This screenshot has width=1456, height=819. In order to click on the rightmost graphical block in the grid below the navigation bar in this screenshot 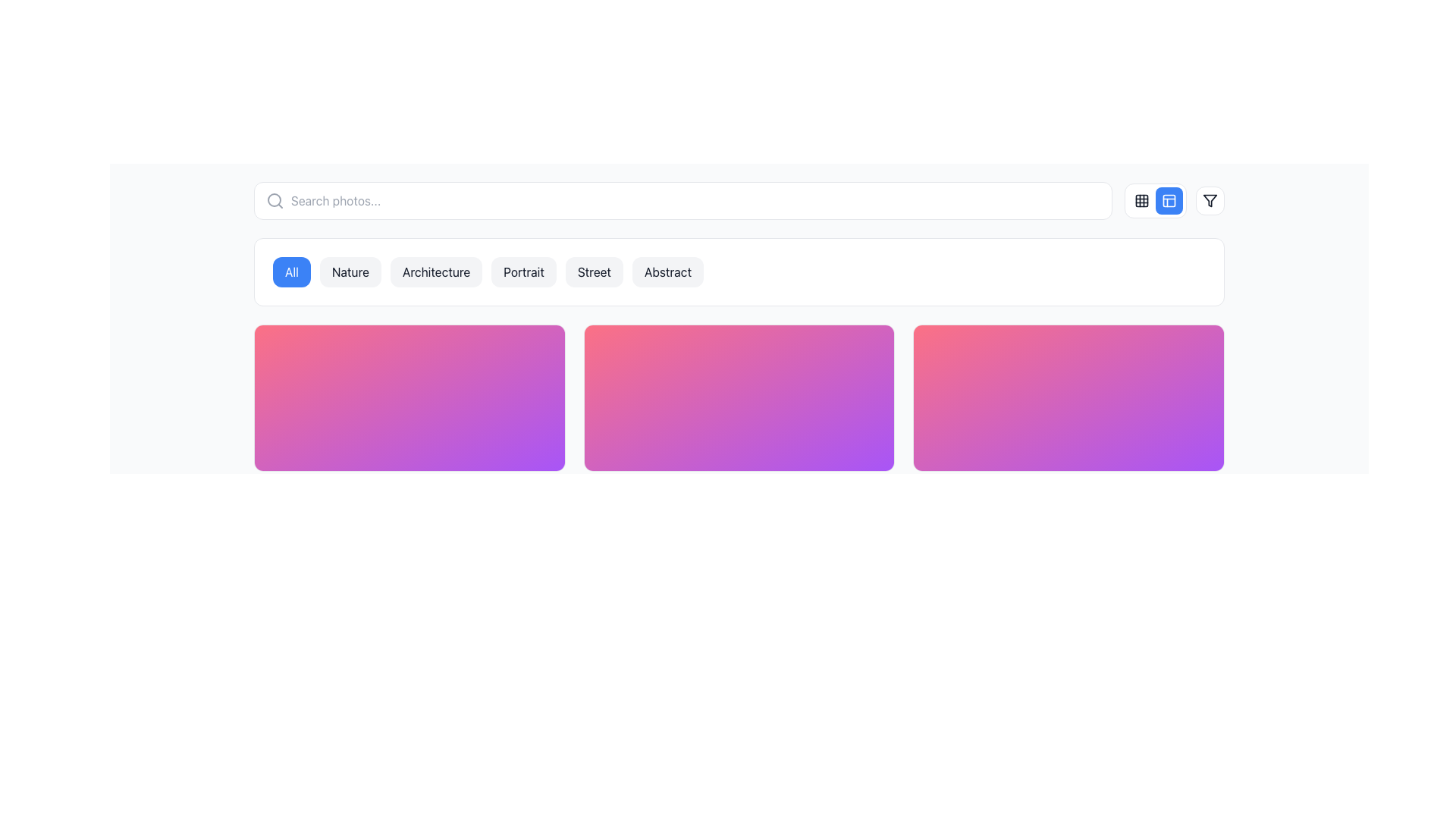, I will do `click(1068, 397)`.